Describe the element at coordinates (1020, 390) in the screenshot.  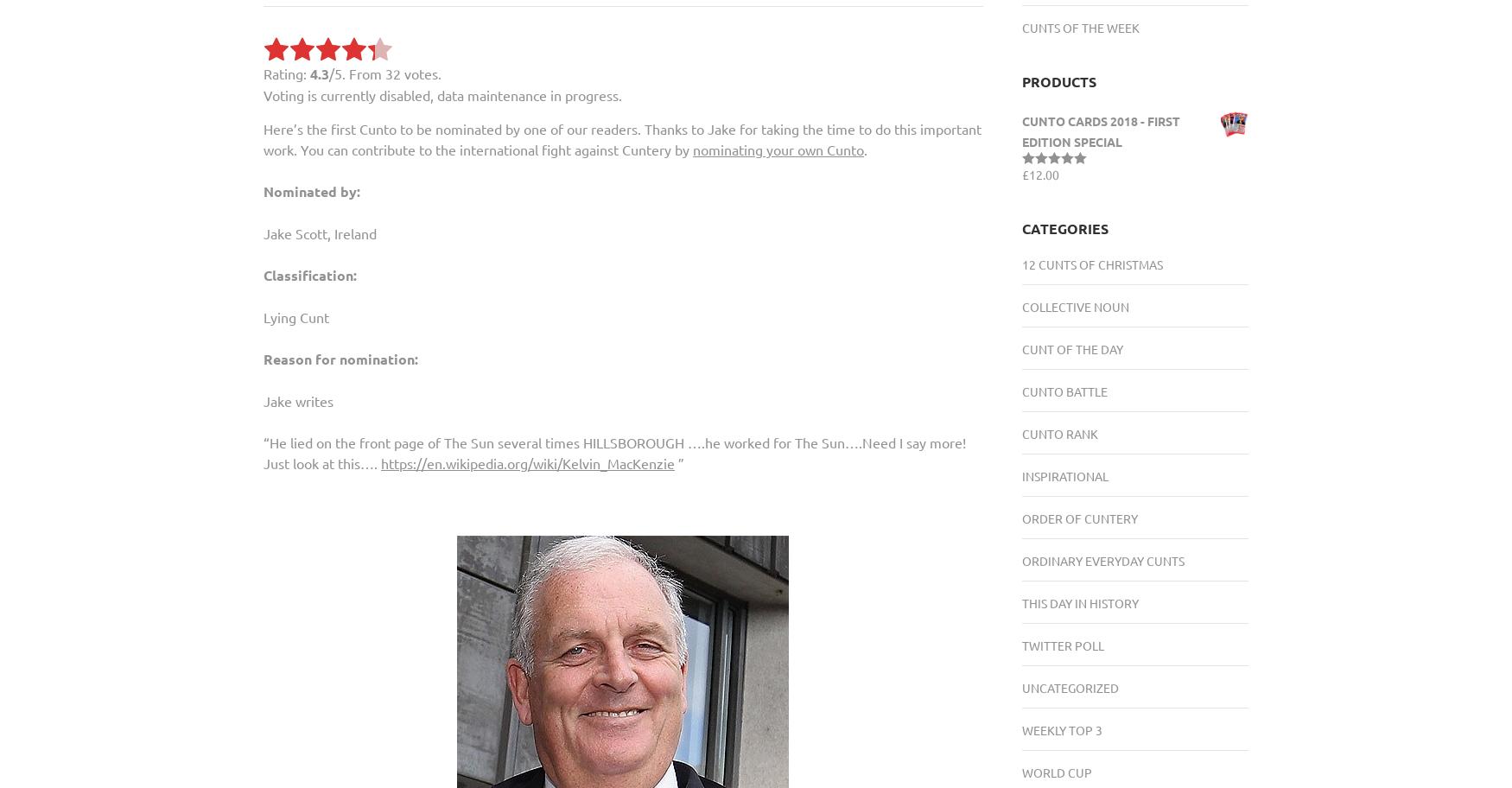
I see `'Cunto Battle'` at that location.